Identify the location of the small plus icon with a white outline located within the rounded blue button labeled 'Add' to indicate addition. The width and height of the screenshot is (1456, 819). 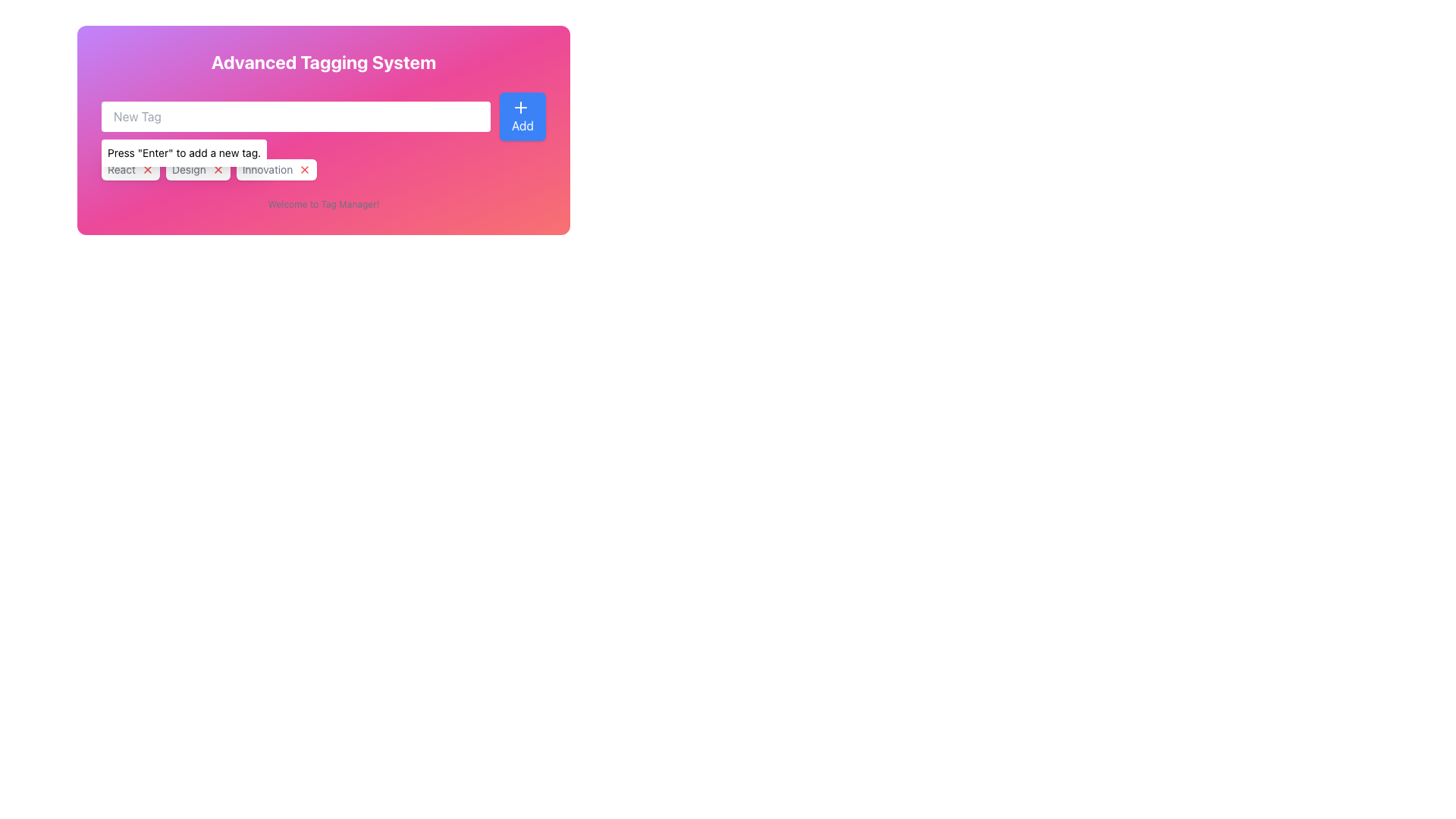
(520, 107).